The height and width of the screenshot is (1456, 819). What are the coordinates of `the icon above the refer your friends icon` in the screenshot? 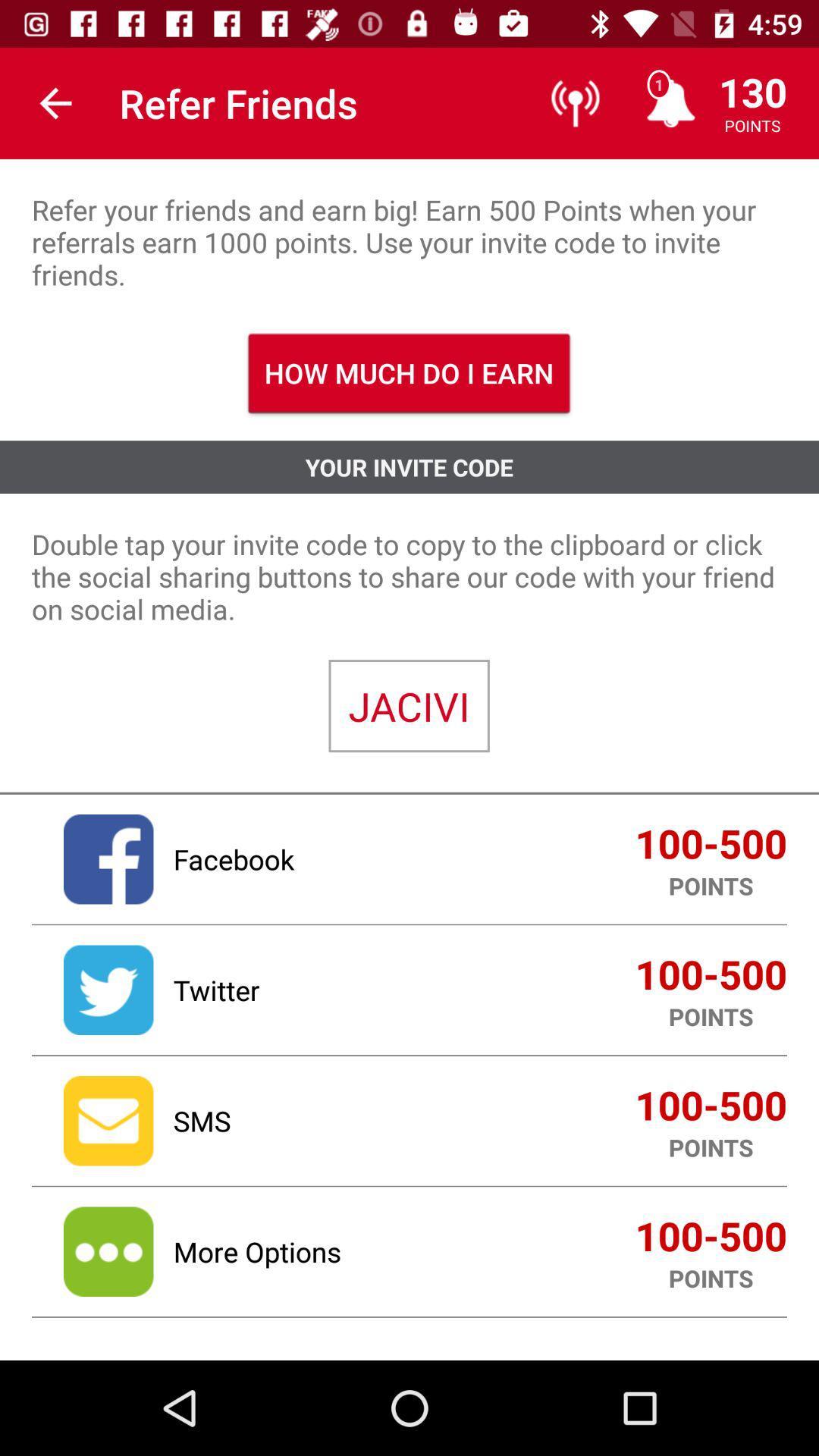 It's located at (55, 102).